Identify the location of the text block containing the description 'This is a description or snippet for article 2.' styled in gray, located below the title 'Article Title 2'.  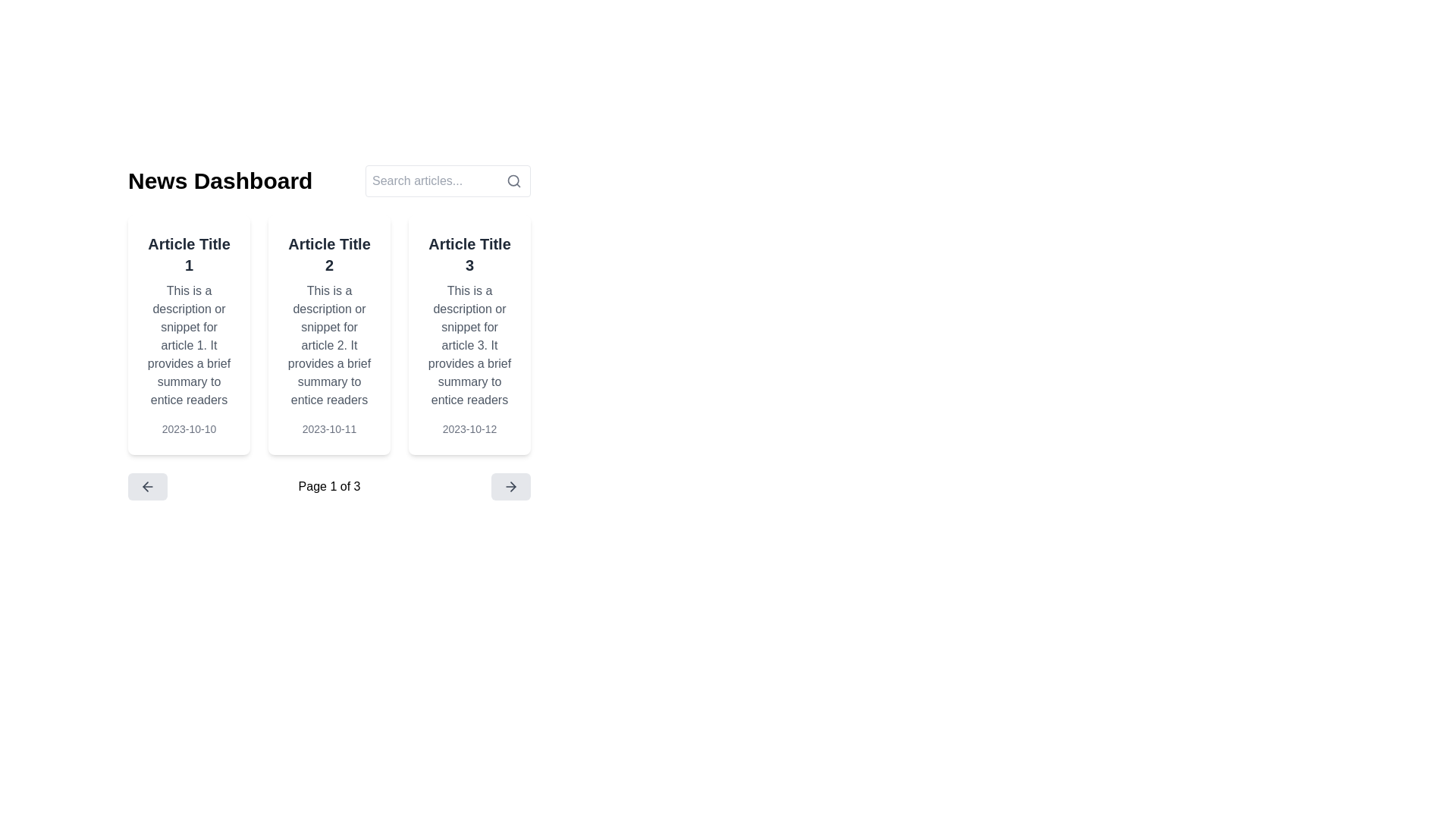
(328, 345).